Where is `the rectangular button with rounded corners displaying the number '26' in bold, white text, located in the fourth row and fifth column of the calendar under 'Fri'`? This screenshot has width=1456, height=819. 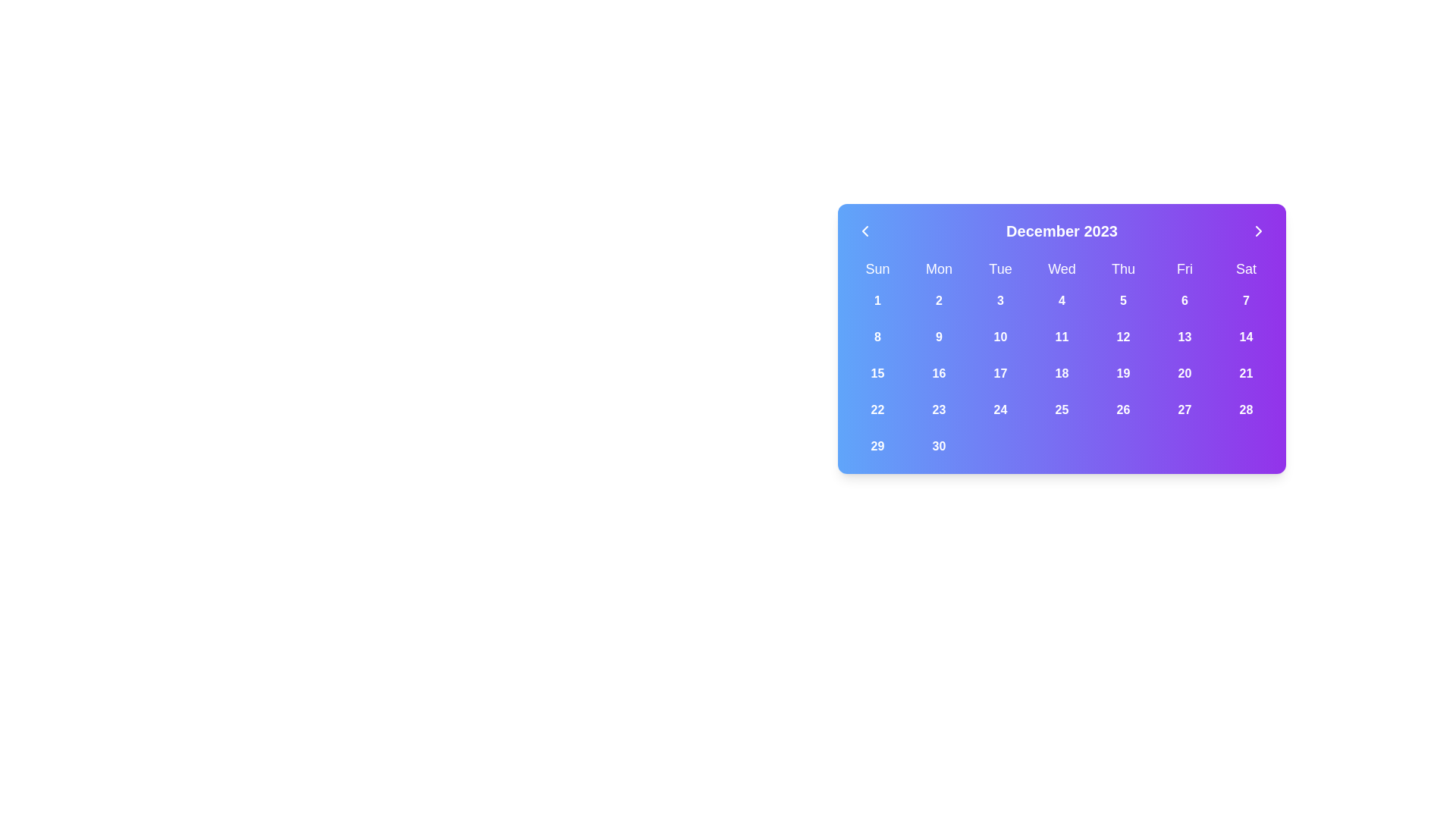 the rectangular button with rounded corners displaying the number '26' in bold, white text, located in the fourth row and fifth column of the calendar under 'Fri' is located at coordinates (1123, 409).